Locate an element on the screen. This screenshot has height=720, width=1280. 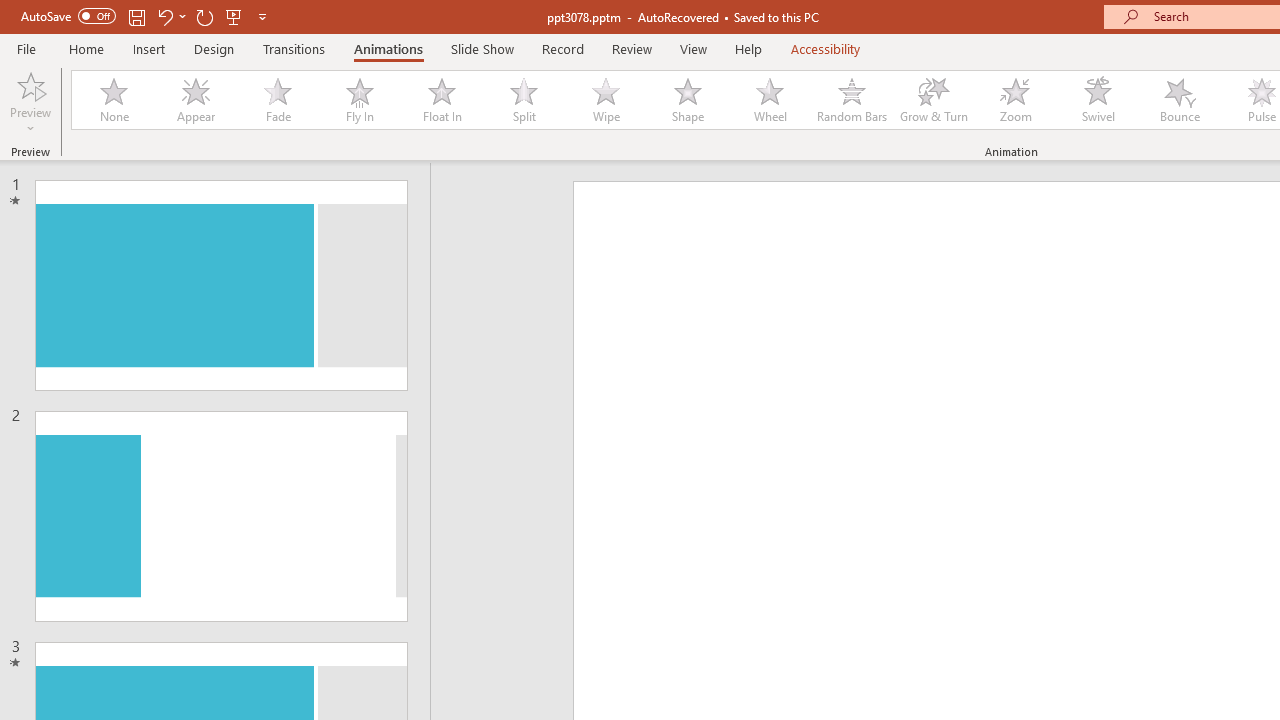
'Fly In' is located at coordinates (359, 100).